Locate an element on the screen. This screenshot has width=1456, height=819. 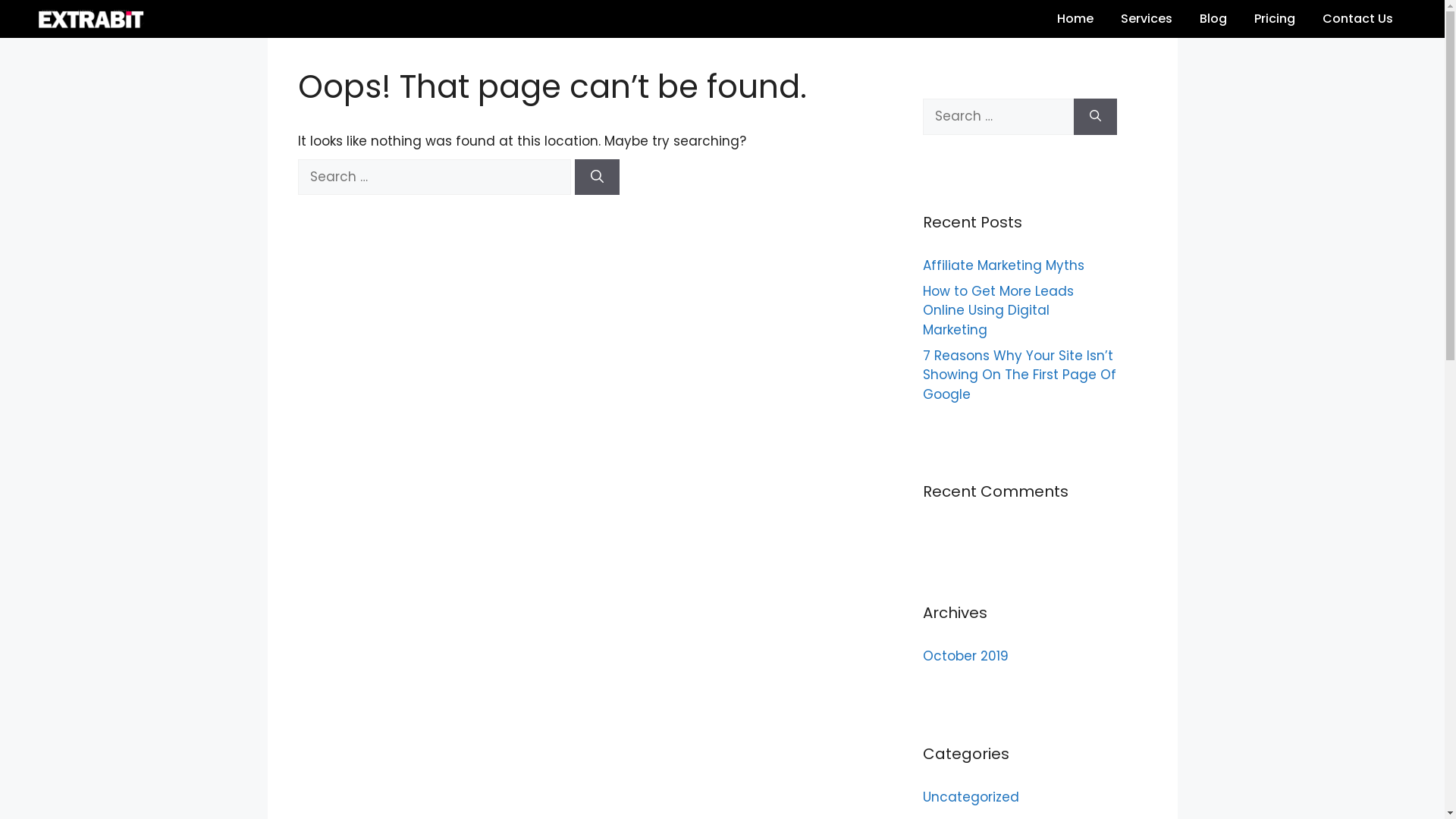
'Pricing' is located at coordinates (1274, 18).